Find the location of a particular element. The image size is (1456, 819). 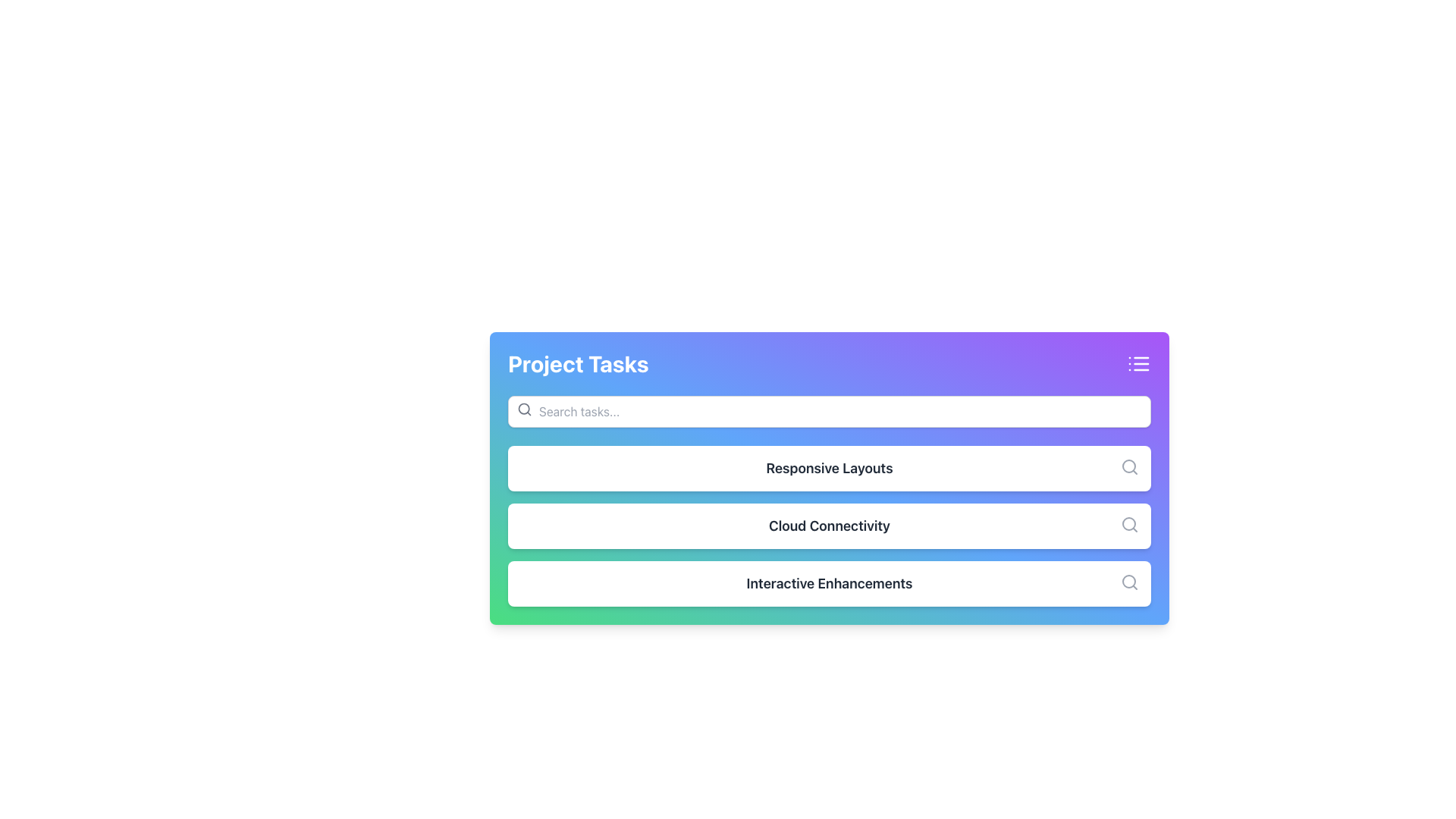

the interactive button located in the top-right corner of the 'Responsive Layouts' card is located at coordinates (1129, 466).